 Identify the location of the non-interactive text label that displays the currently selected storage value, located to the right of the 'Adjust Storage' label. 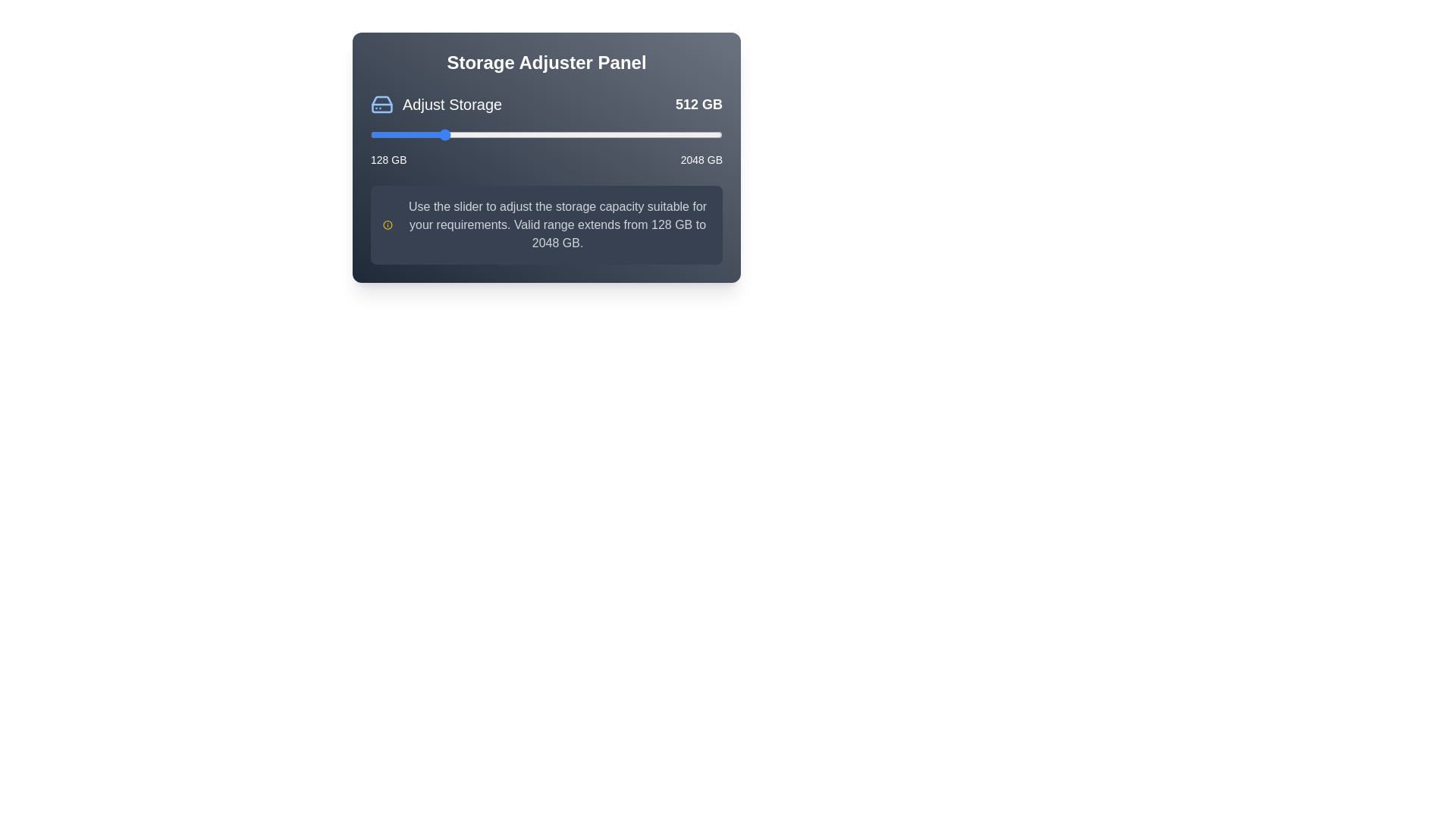
(698, 104).